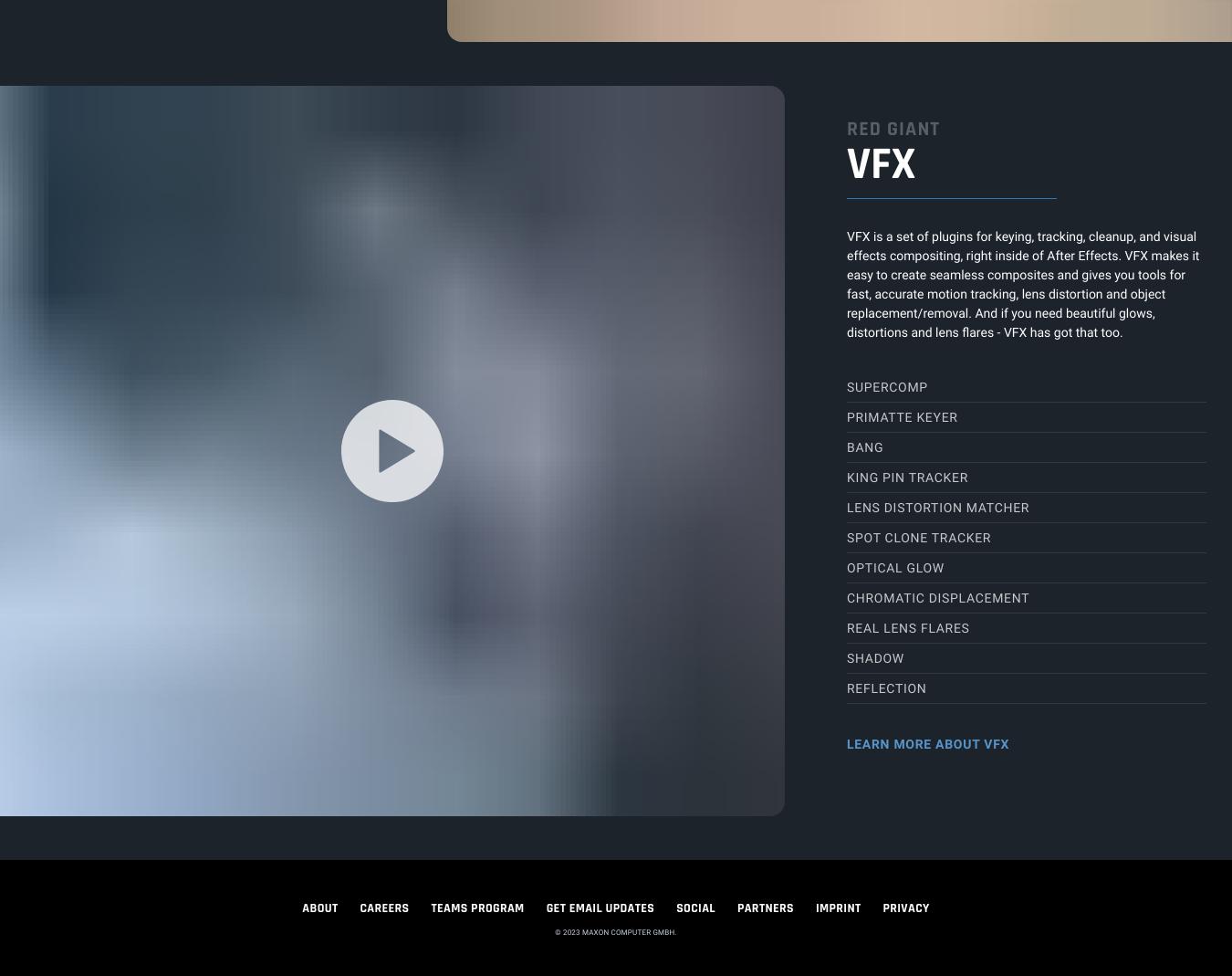 Image resolution: width=1232 pixels, height=976 pixels. What do you see at coordinates (938, 508) in the screenshot?
I see `'Lens Distortion Matcher'` at bounding box center [938, 508].